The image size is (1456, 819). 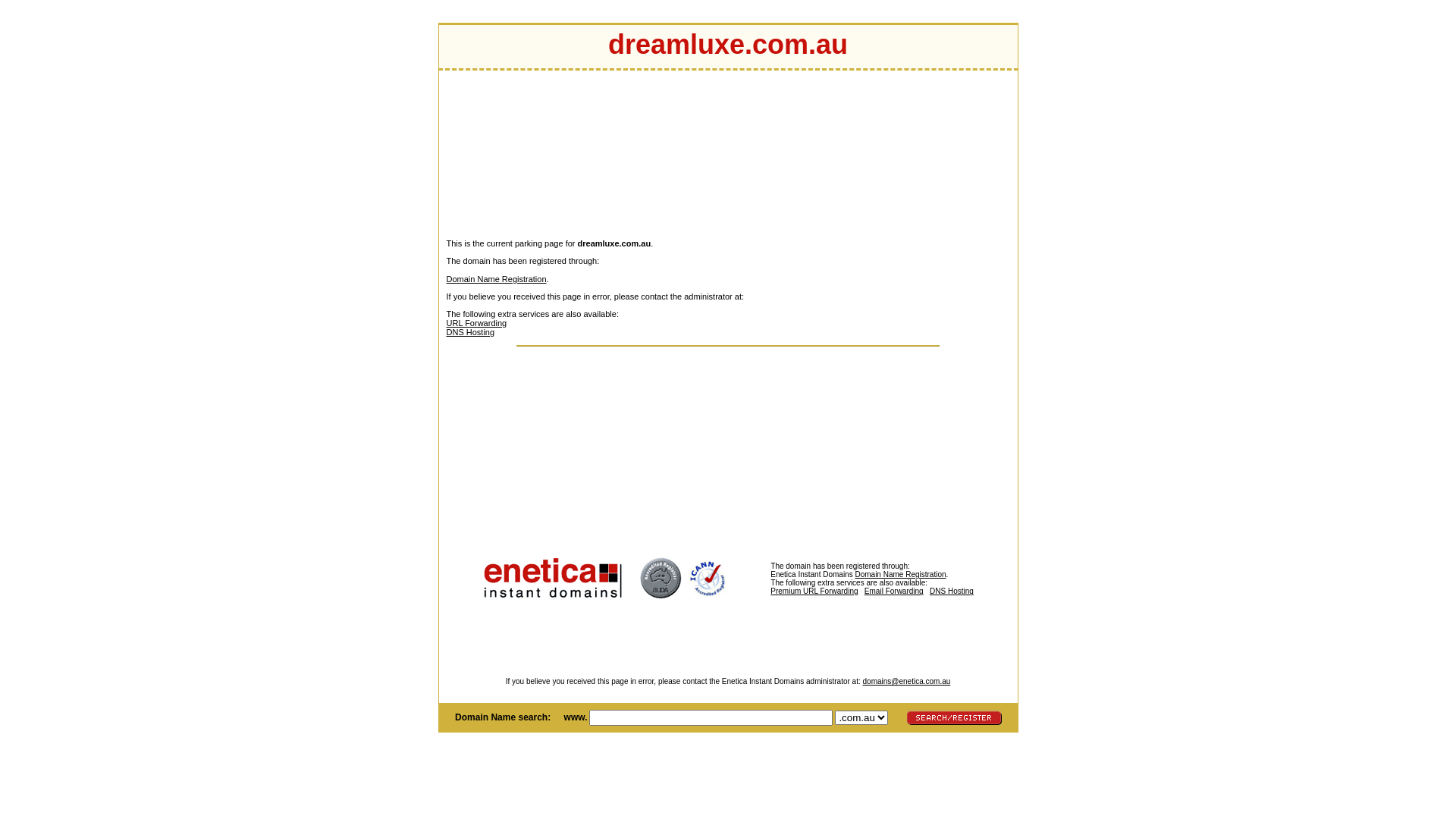 What do you see at coordinates (475, 322) in the screenshot?
I see `'URL Forwarding'` at bounding box center [475, 322].